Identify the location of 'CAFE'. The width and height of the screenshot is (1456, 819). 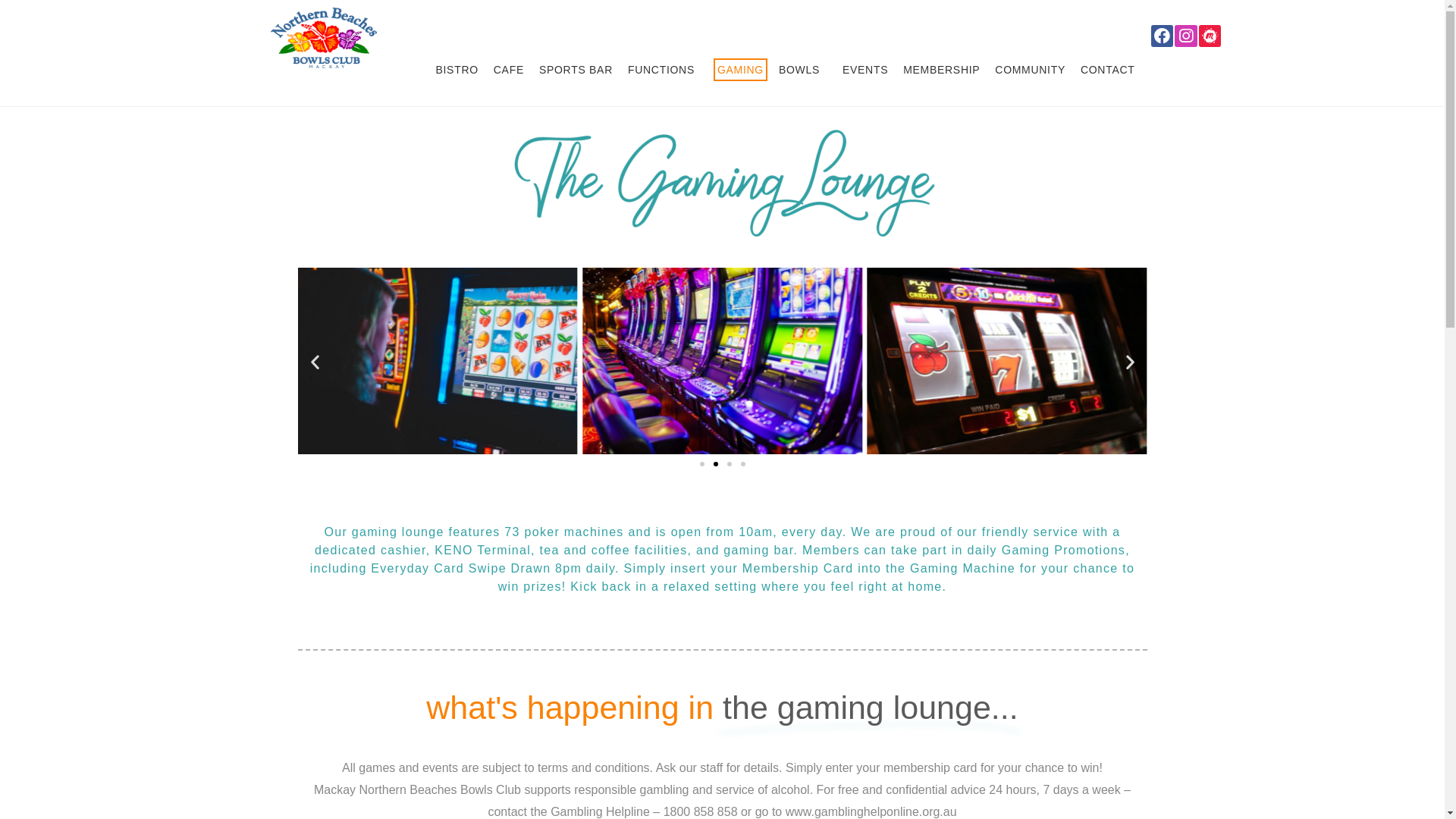
(509, 70).